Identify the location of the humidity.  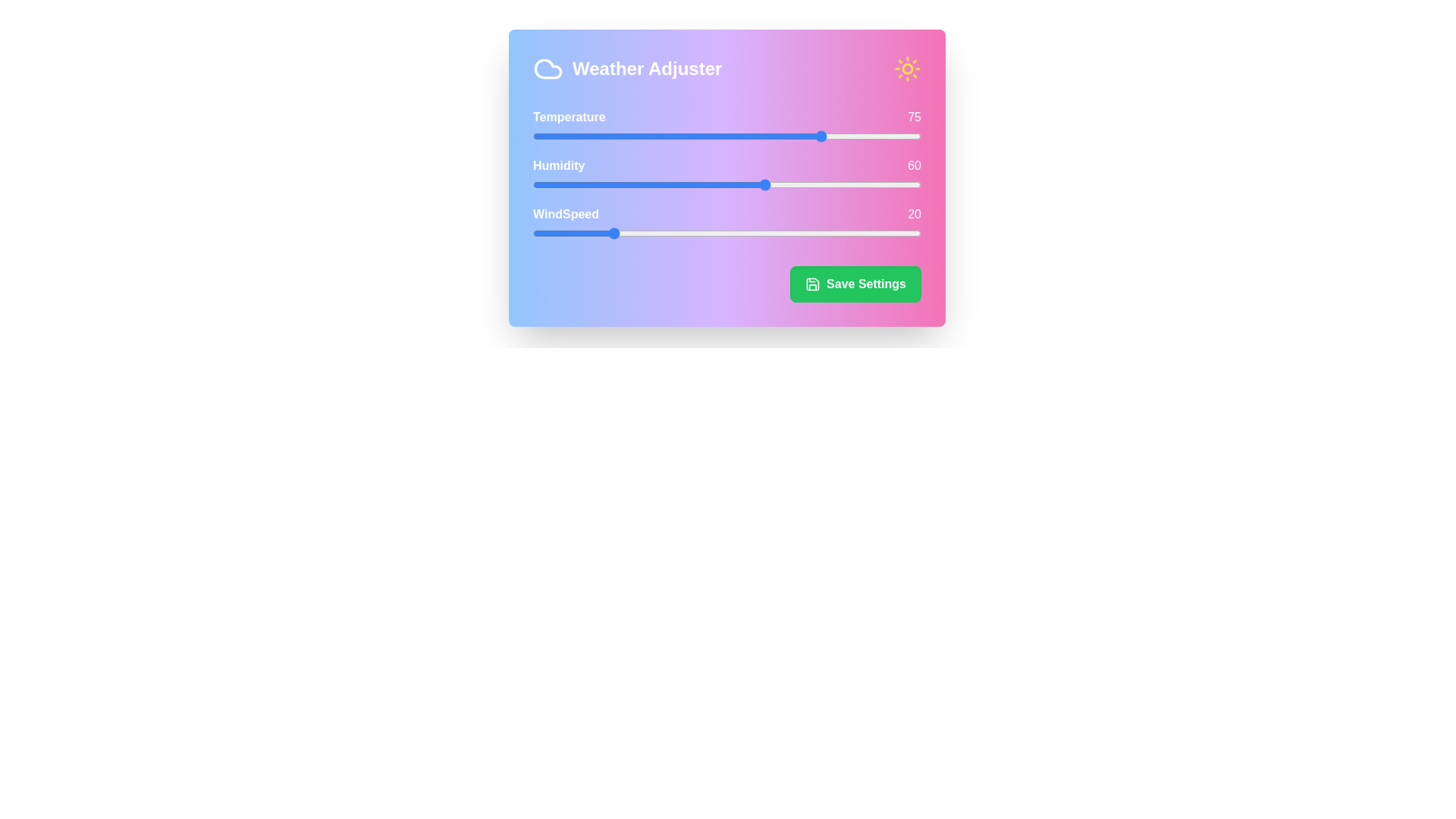
(770, 184).